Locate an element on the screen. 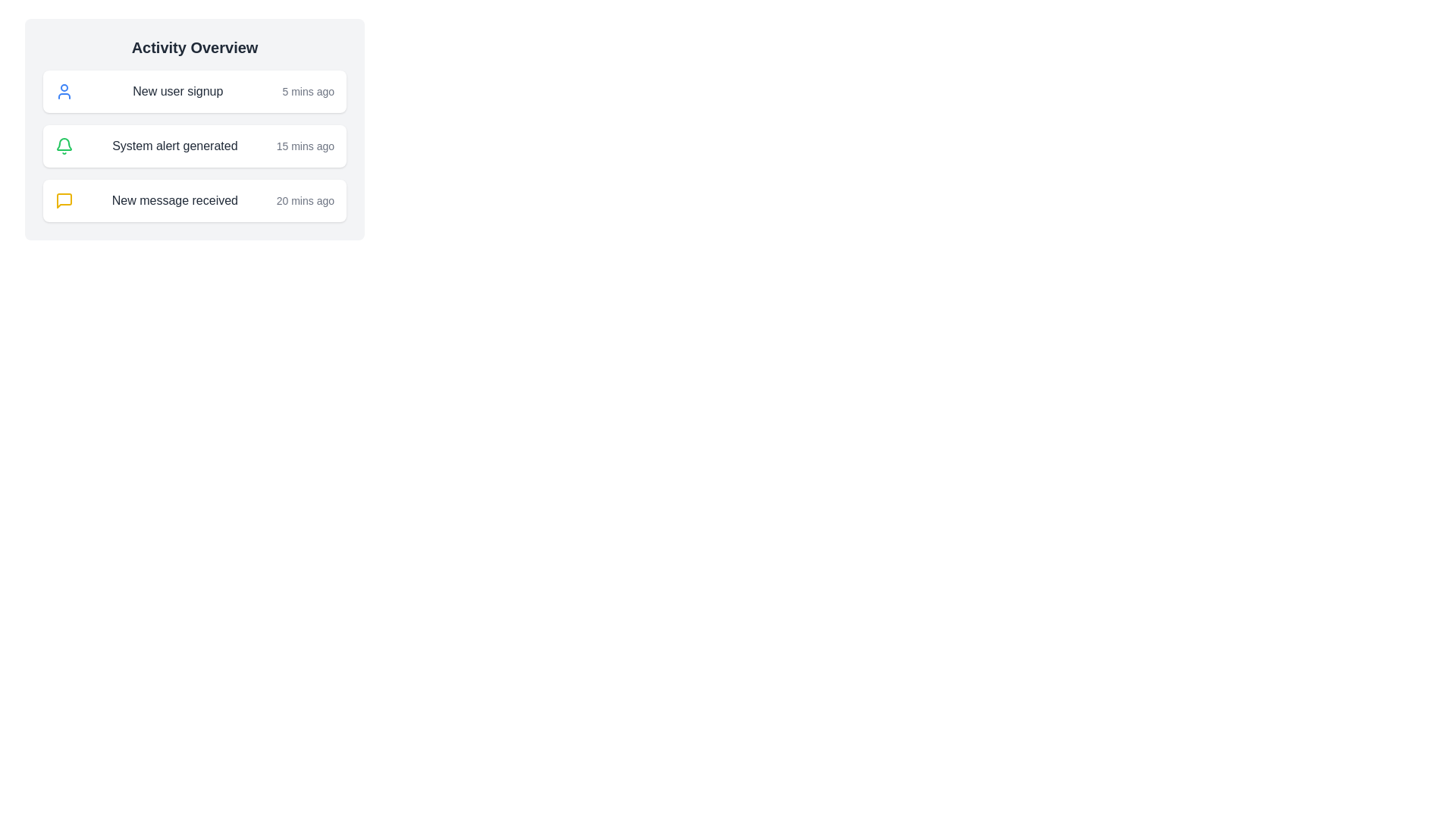 This screenshot has height=819, width=1456. the messaging notification icon located to the left of the text 'New message received' is located at coordinates (64, 200).